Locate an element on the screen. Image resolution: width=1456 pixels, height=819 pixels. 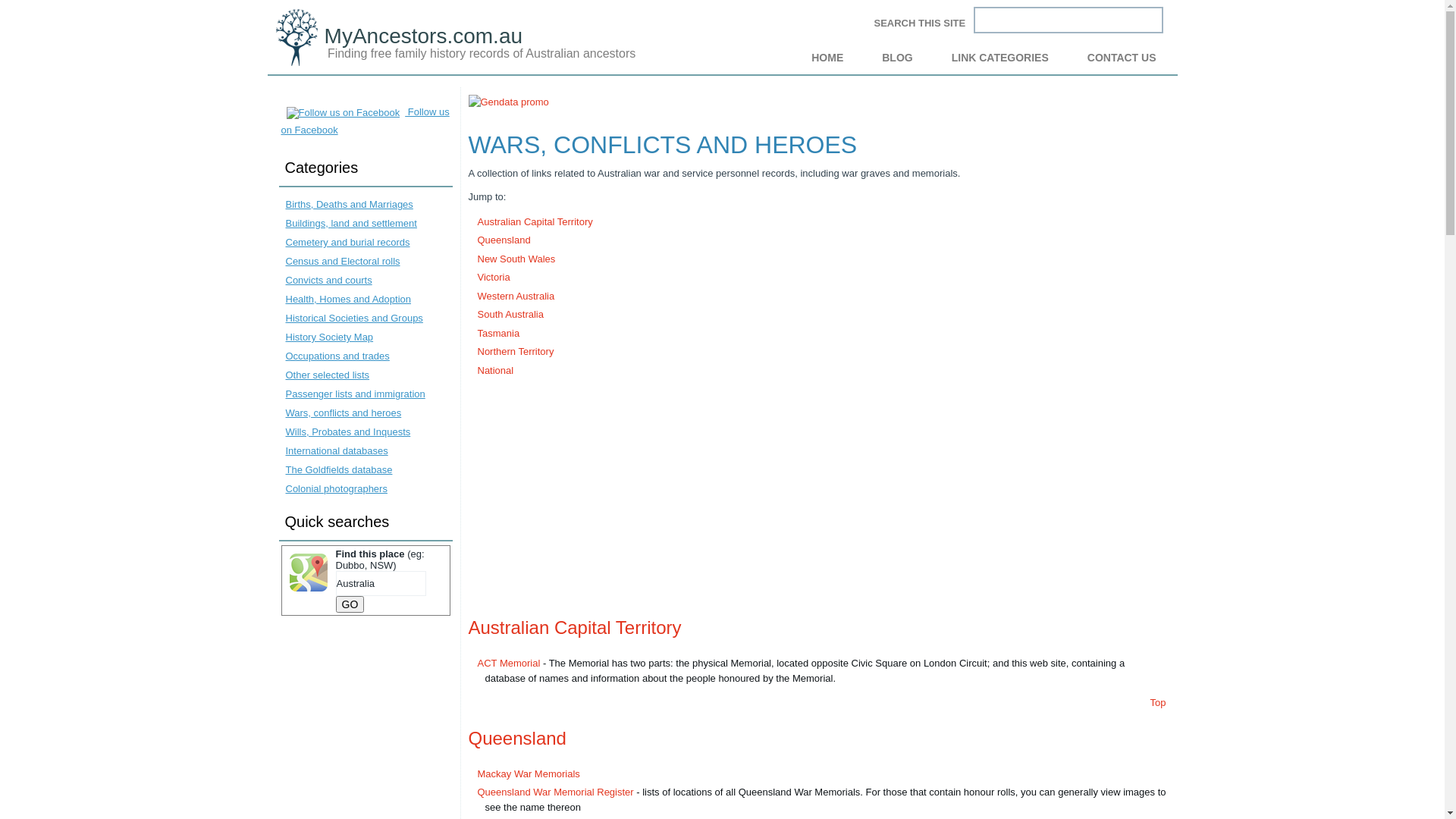
'Births, Deaths and Marriages' is located at coordinates (348, 203).